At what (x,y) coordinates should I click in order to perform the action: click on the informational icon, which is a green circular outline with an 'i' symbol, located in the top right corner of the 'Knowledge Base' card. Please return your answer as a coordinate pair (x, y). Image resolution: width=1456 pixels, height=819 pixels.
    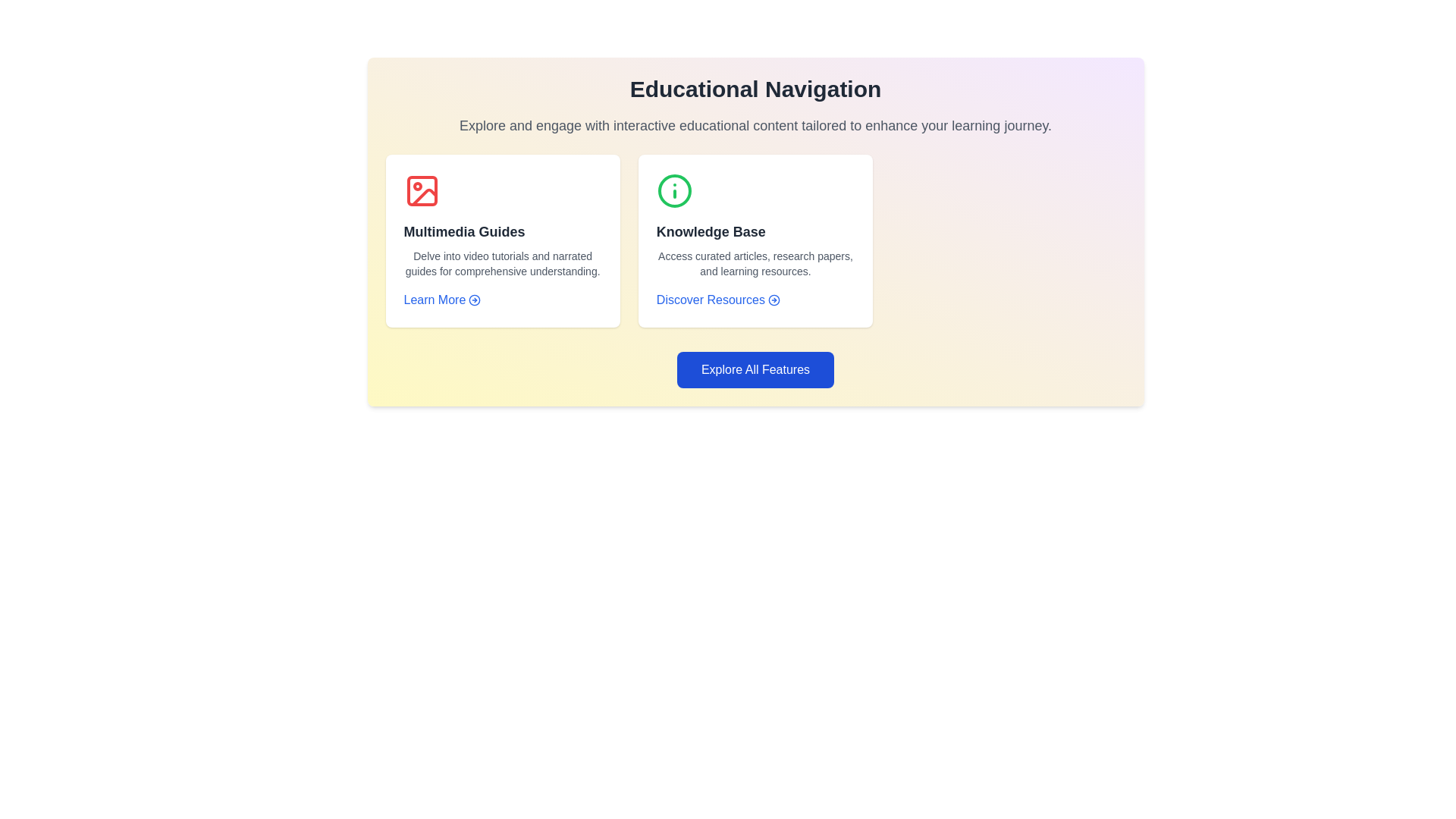
    Looking at the image, I should click on (673, 190).